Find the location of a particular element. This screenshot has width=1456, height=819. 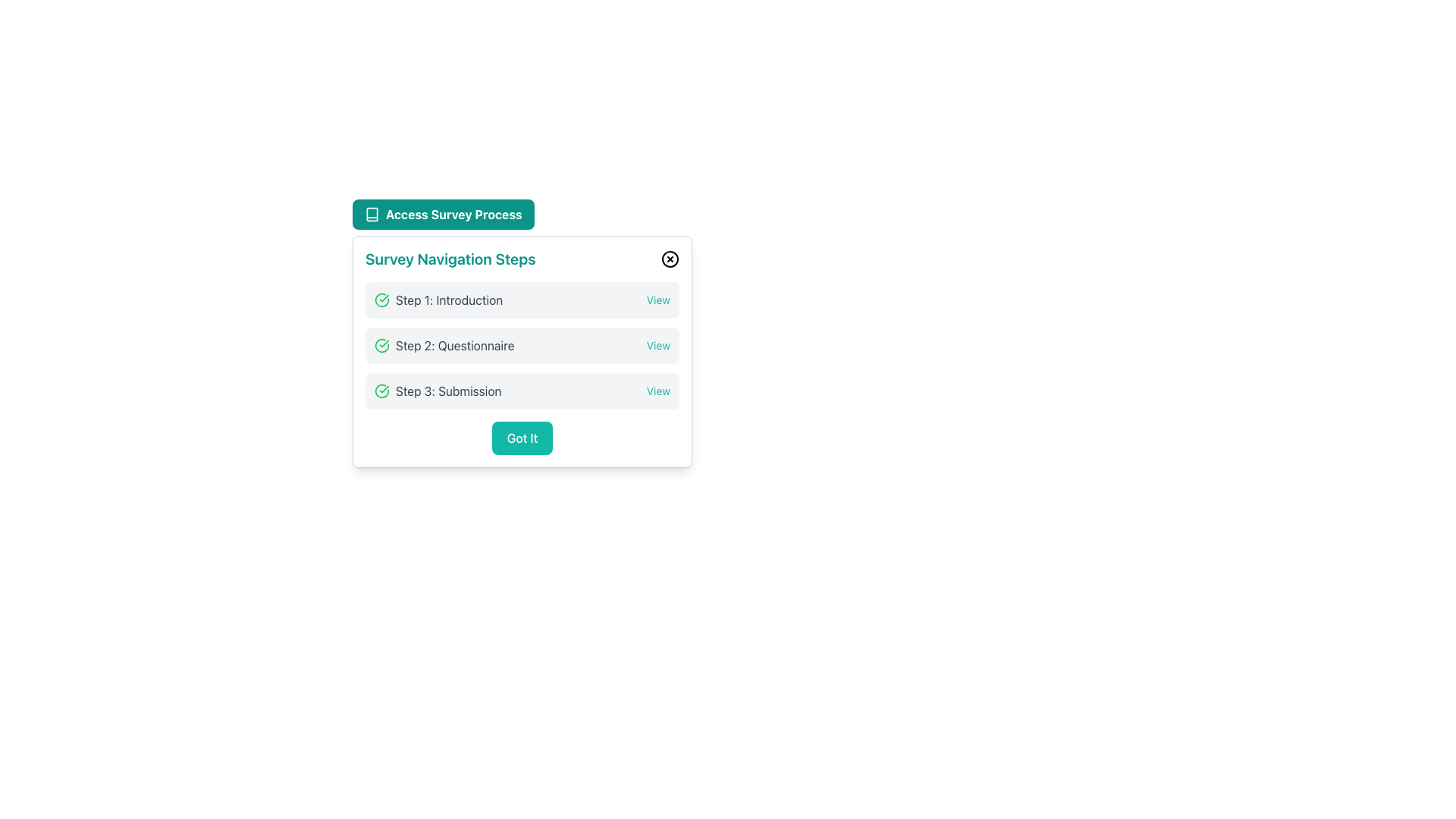

the 'Got It' button, which is a teal-colored button with white text located at the bottom of the 'Survey Navigation Steps' panel is located at coordinates (522, 438).